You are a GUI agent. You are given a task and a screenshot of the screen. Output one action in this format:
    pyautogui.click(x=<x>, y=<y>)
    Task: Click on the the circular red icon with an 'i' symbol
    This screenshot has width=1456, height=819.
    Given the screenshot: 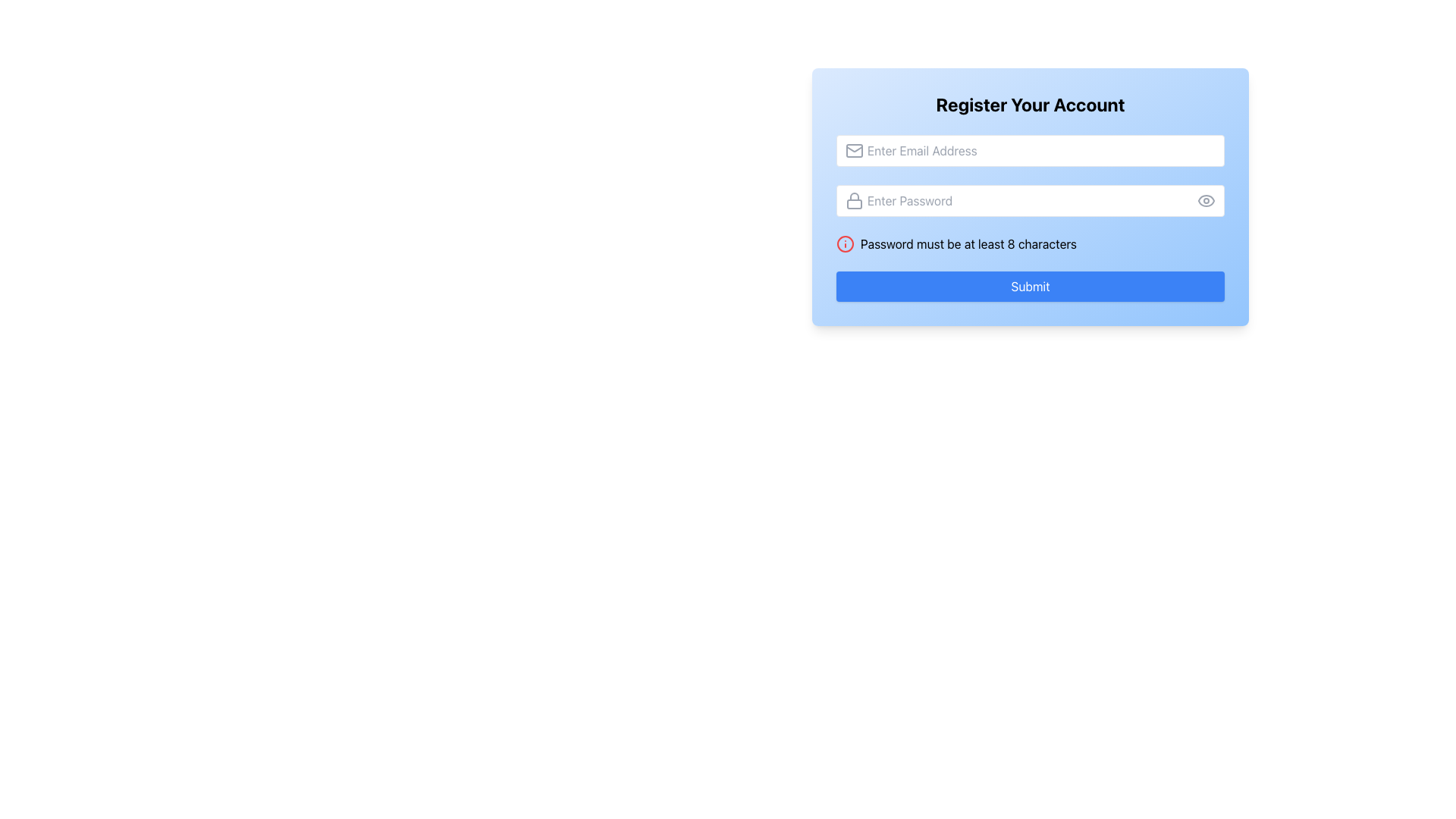 What is the action you would take?
    pyautogui.click(x=844, y=243)
    